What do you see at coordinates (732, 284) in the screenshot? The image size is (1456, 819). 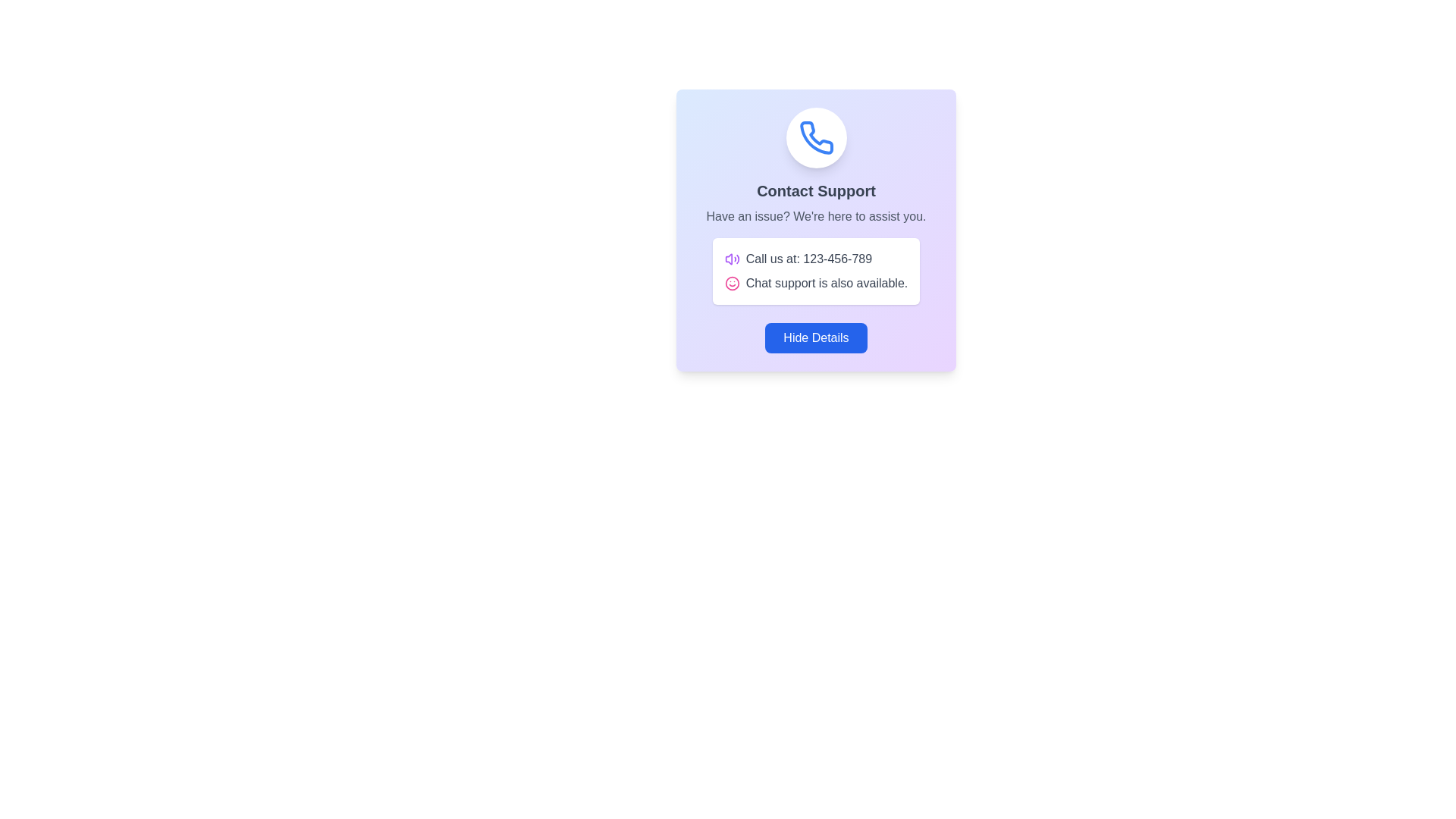 I see `the stylized smiling face icon with pink coloring that is located to the left of the text 'Chat support is also available.'` at bounding box center [732, 284].